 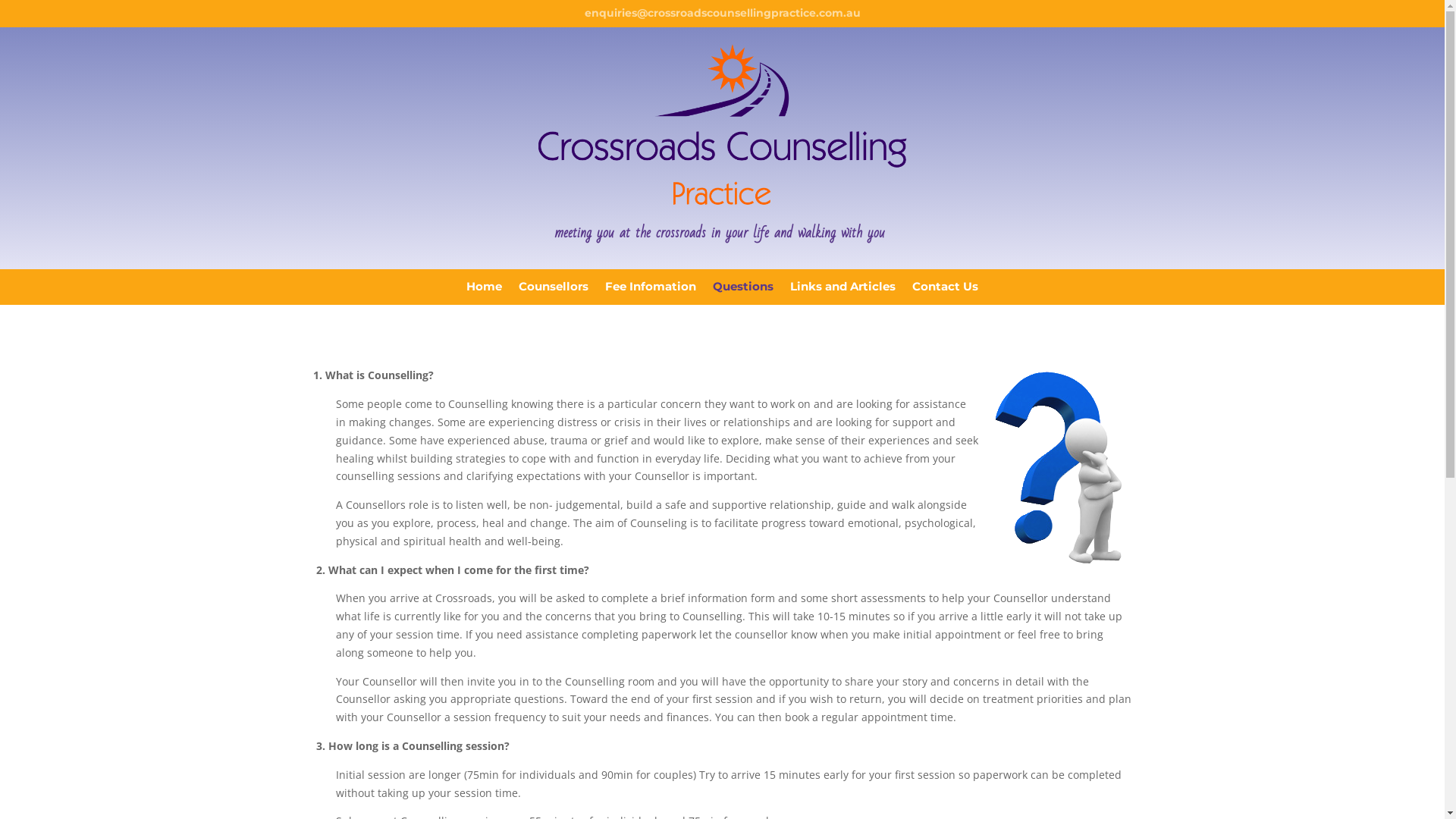 I want to click on 'Crossroads', so click(x=722, y=124).